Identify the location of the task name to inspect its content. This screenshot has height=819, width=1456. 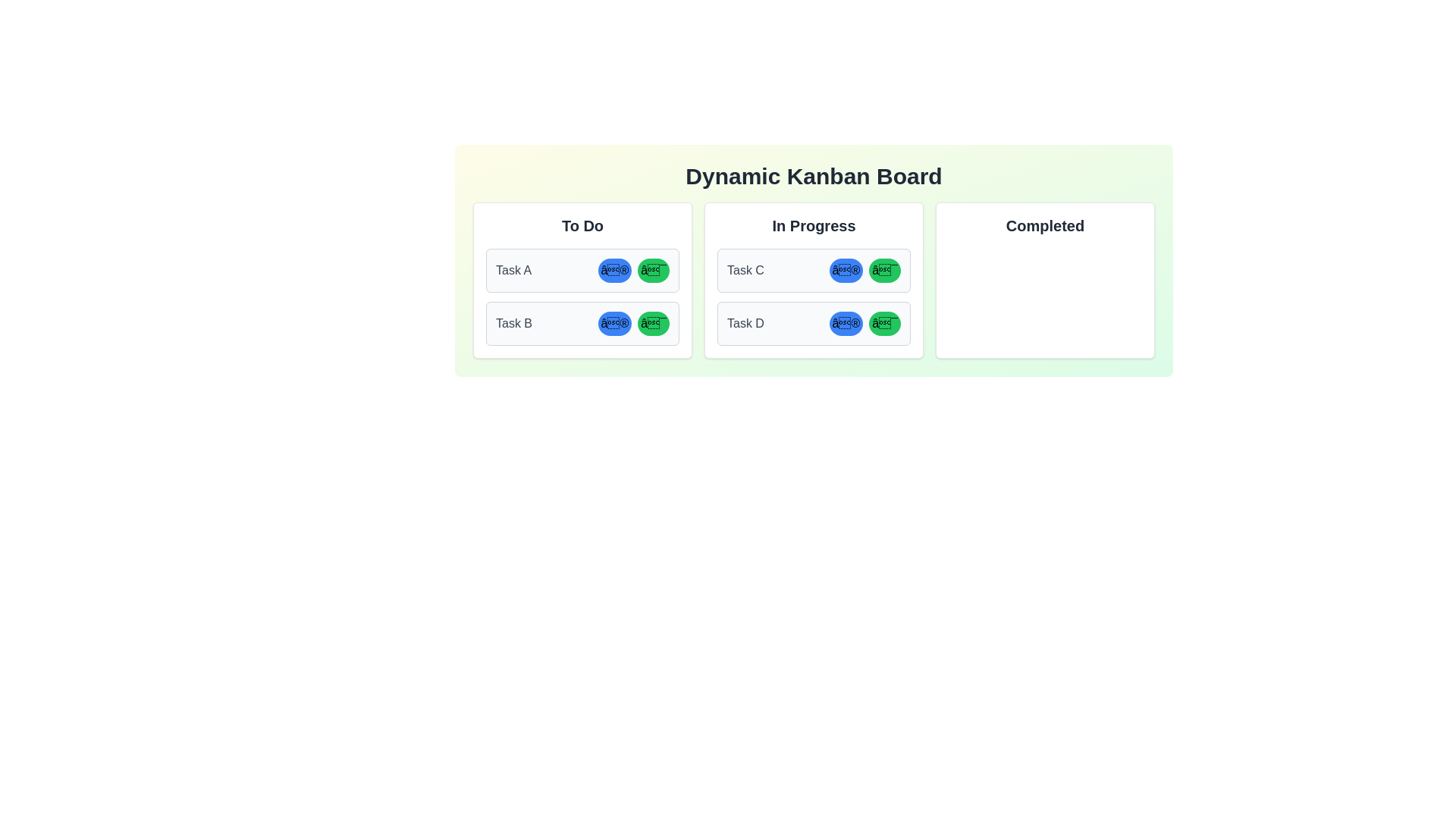
(513, 270).